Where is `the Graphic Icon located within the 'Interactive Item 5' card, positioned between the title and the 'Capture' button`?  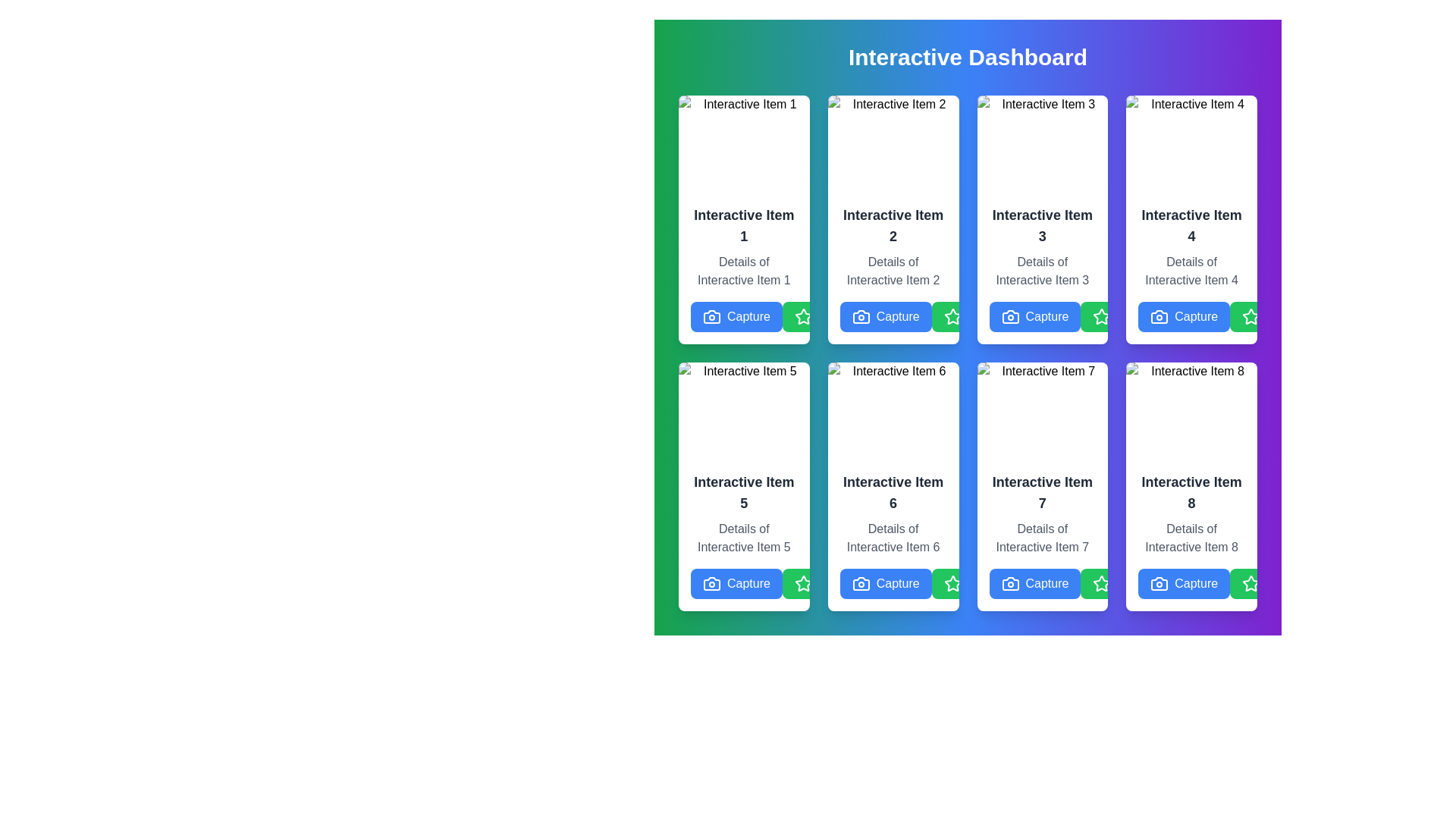
the Graphic Icon located within the 'Interactive Item 5' card, positioned between the title and the 'Capture' button is located at coordinates (711, 583).